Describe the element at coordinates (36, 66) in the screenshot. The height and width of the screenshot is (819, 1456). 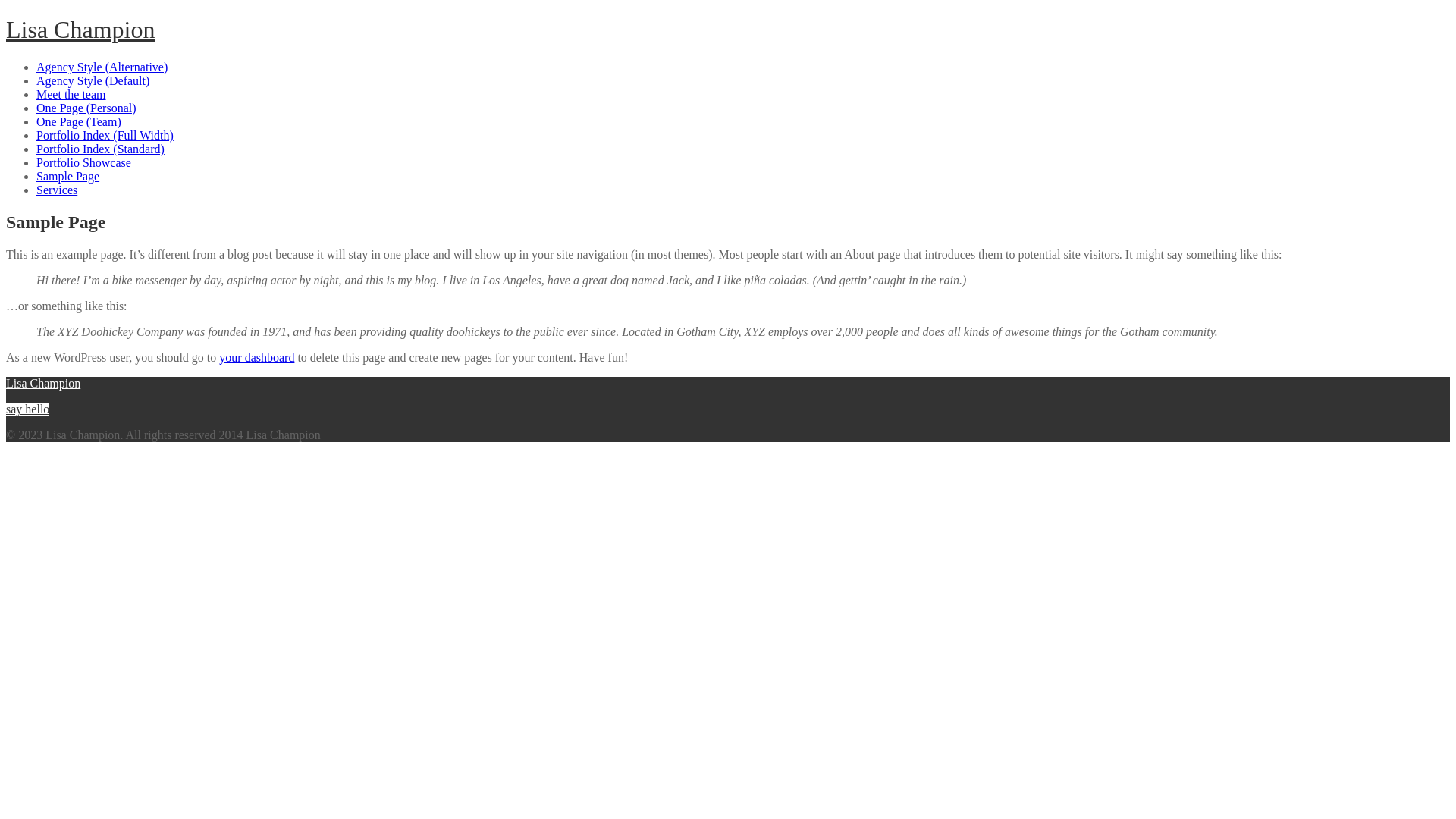
I see `'Agency Style (Alternative)'` at that location.